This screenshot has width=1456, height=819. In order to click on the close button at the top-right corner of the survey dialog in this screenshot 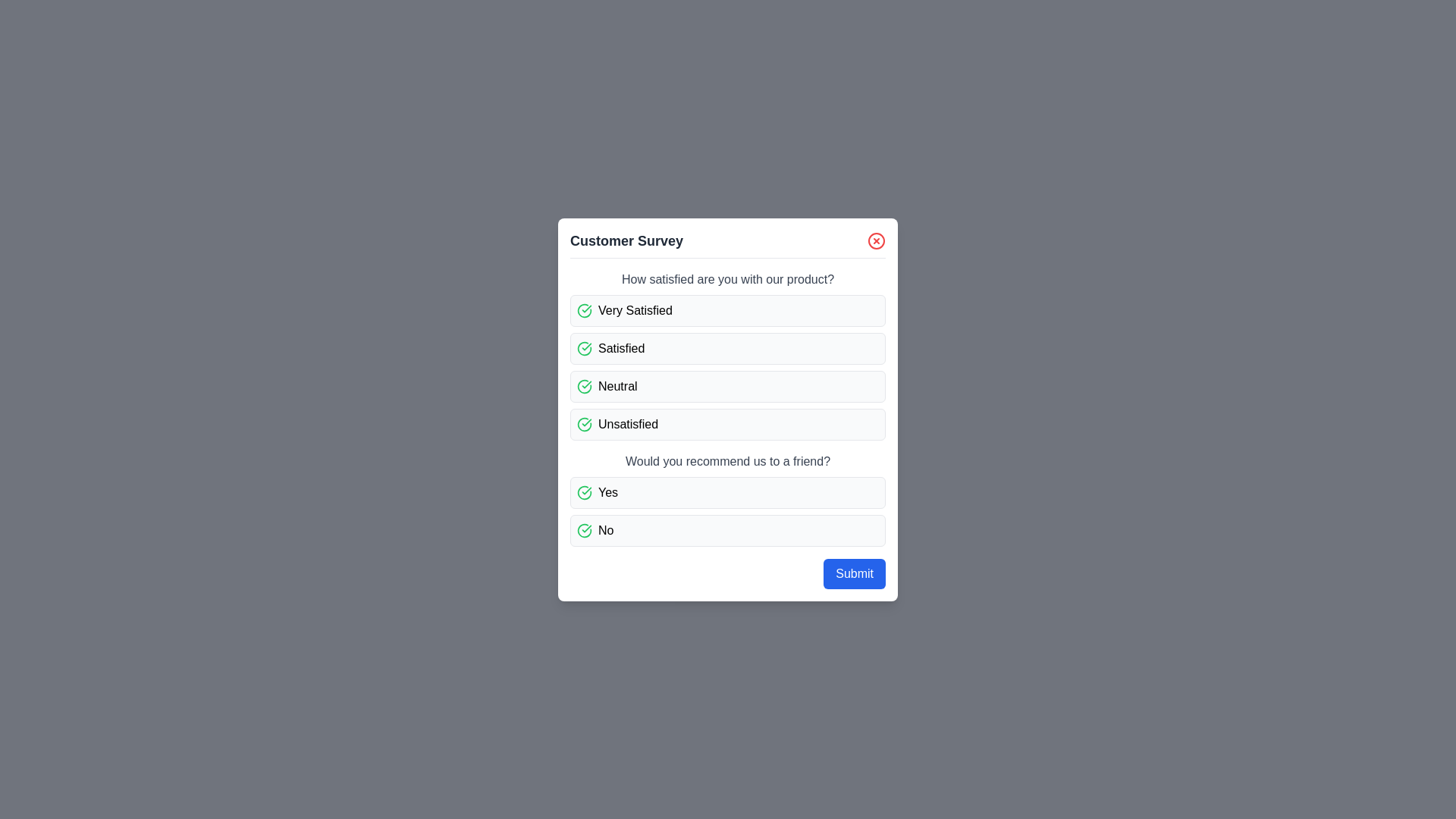, I will do `click(877, 240)`.